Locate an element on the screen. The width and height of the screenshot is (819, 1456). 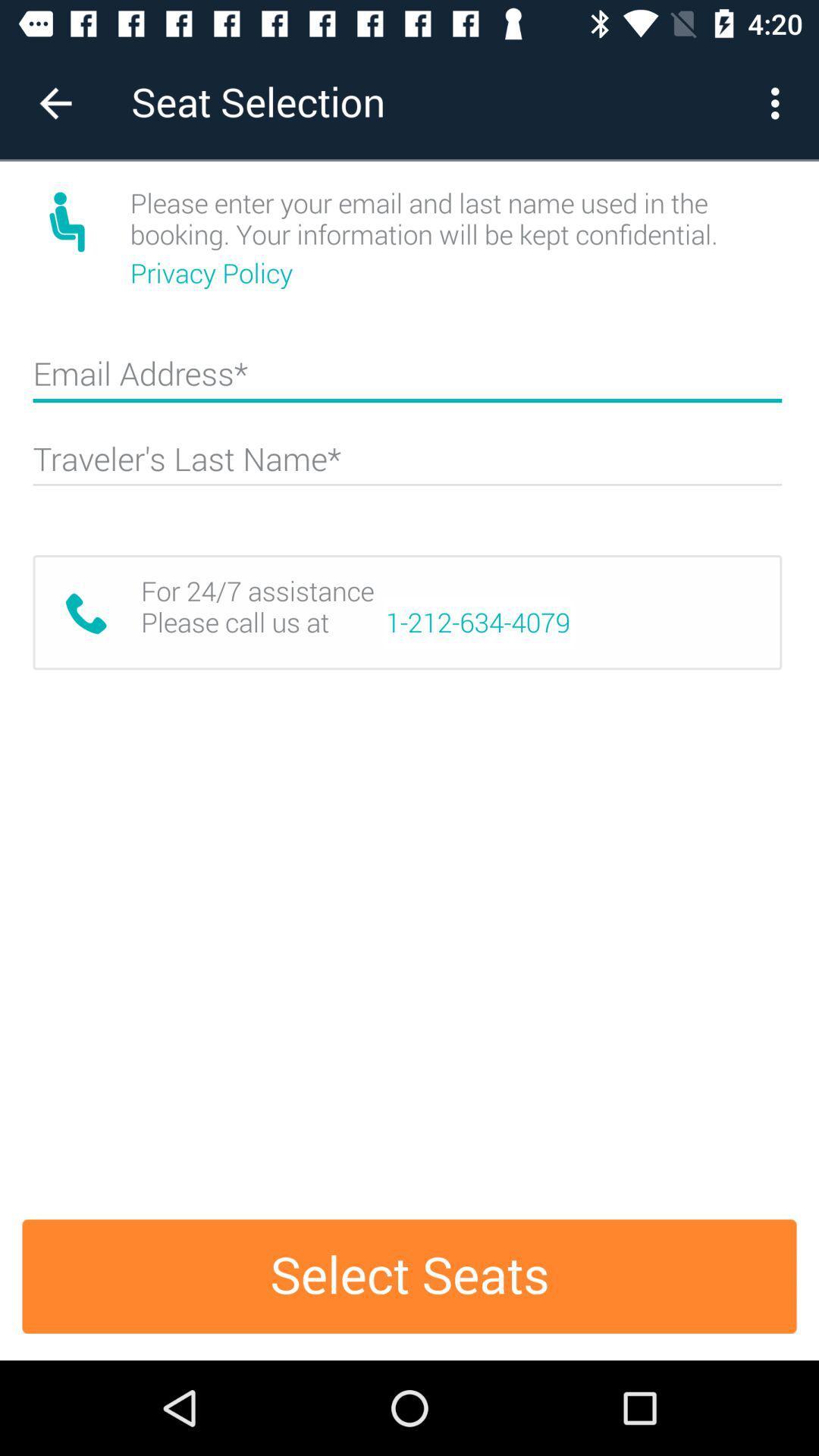
the select seats item is located at coordinates (409, 1276).